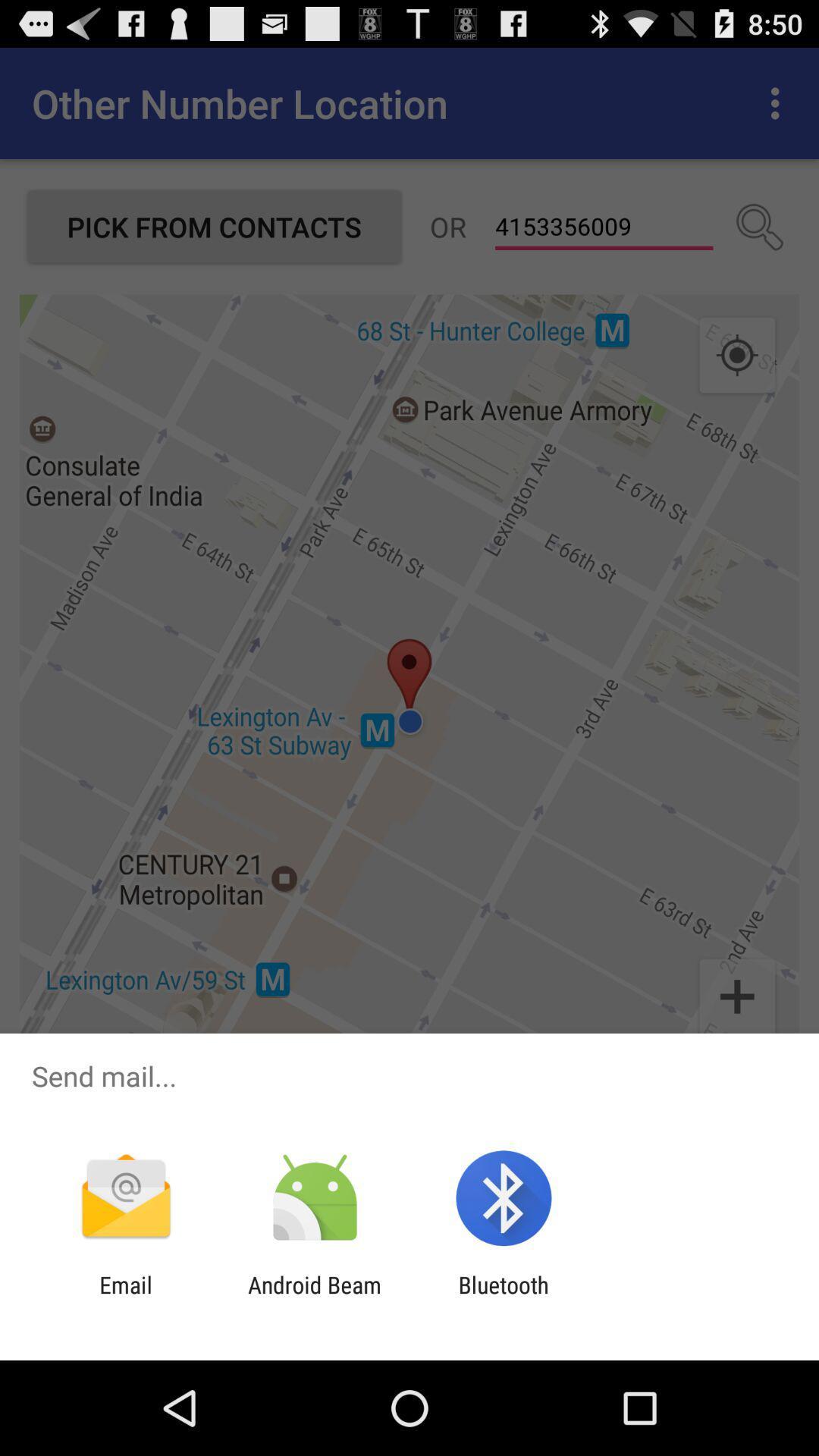 This screenshot has width=819, height=1456. I want to click on icon to the right of android beam, so click(504, 1298).